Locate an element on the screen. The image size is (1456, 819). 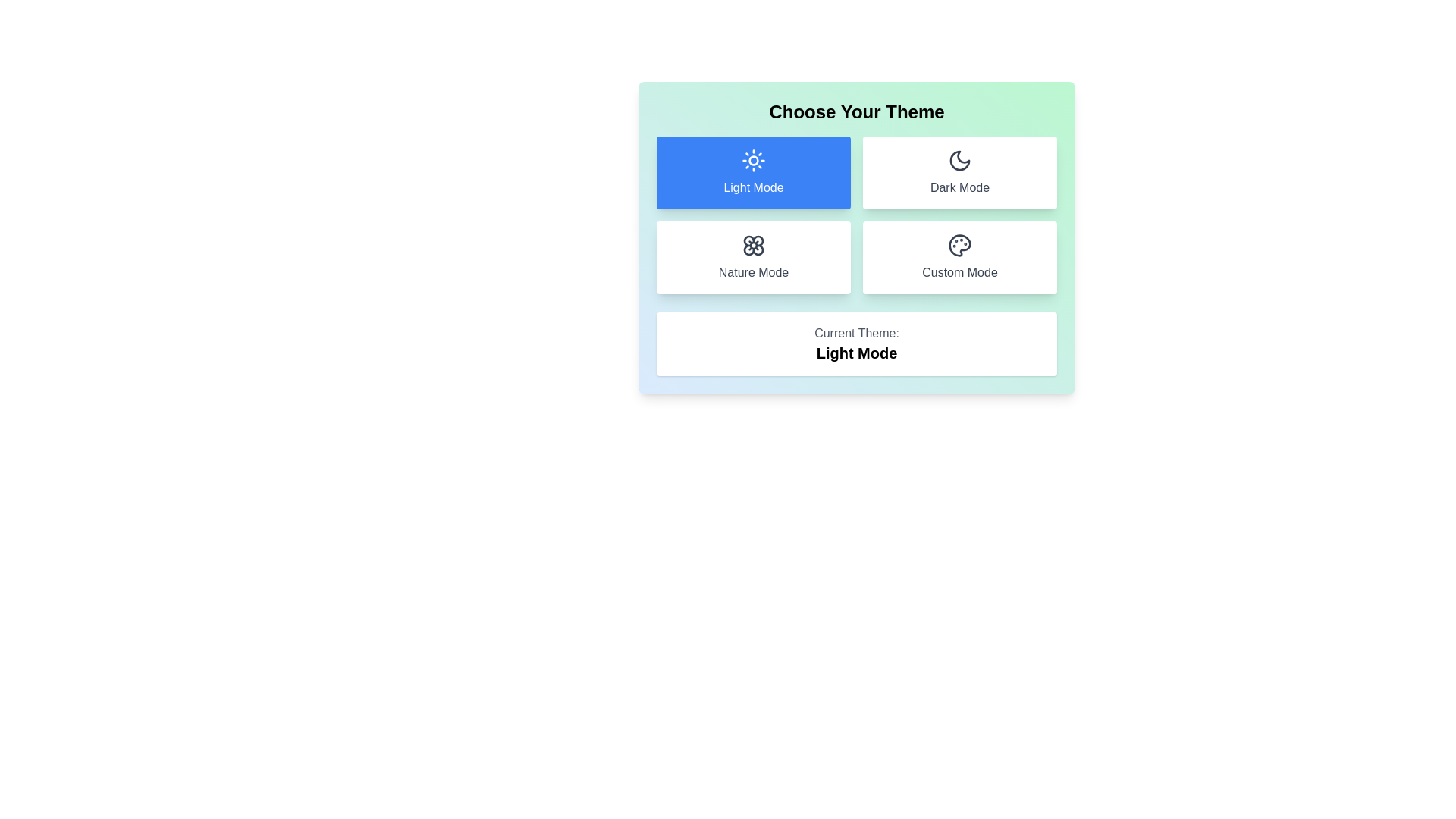
the theme by clicking the button corresponding to Nature Mode is located at coordinates (753, 256).